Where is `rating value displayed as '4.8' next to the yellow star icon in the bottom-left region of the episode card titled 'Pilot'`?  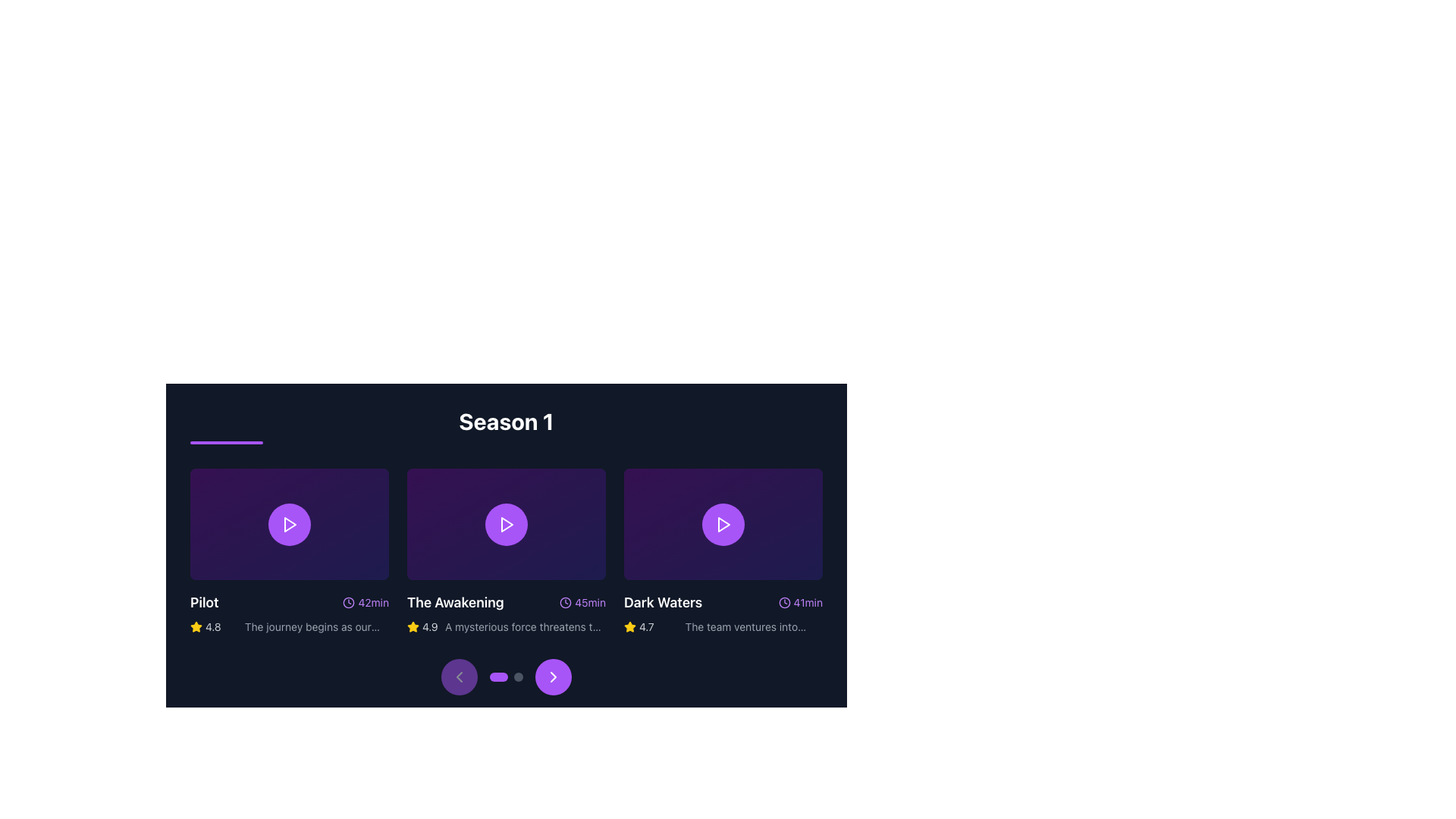
rating value displayed as '4.8' next to the yellow star icon in the bottom-left region of the episode card titled 'Pilot' is located at coordinates (205, 627).